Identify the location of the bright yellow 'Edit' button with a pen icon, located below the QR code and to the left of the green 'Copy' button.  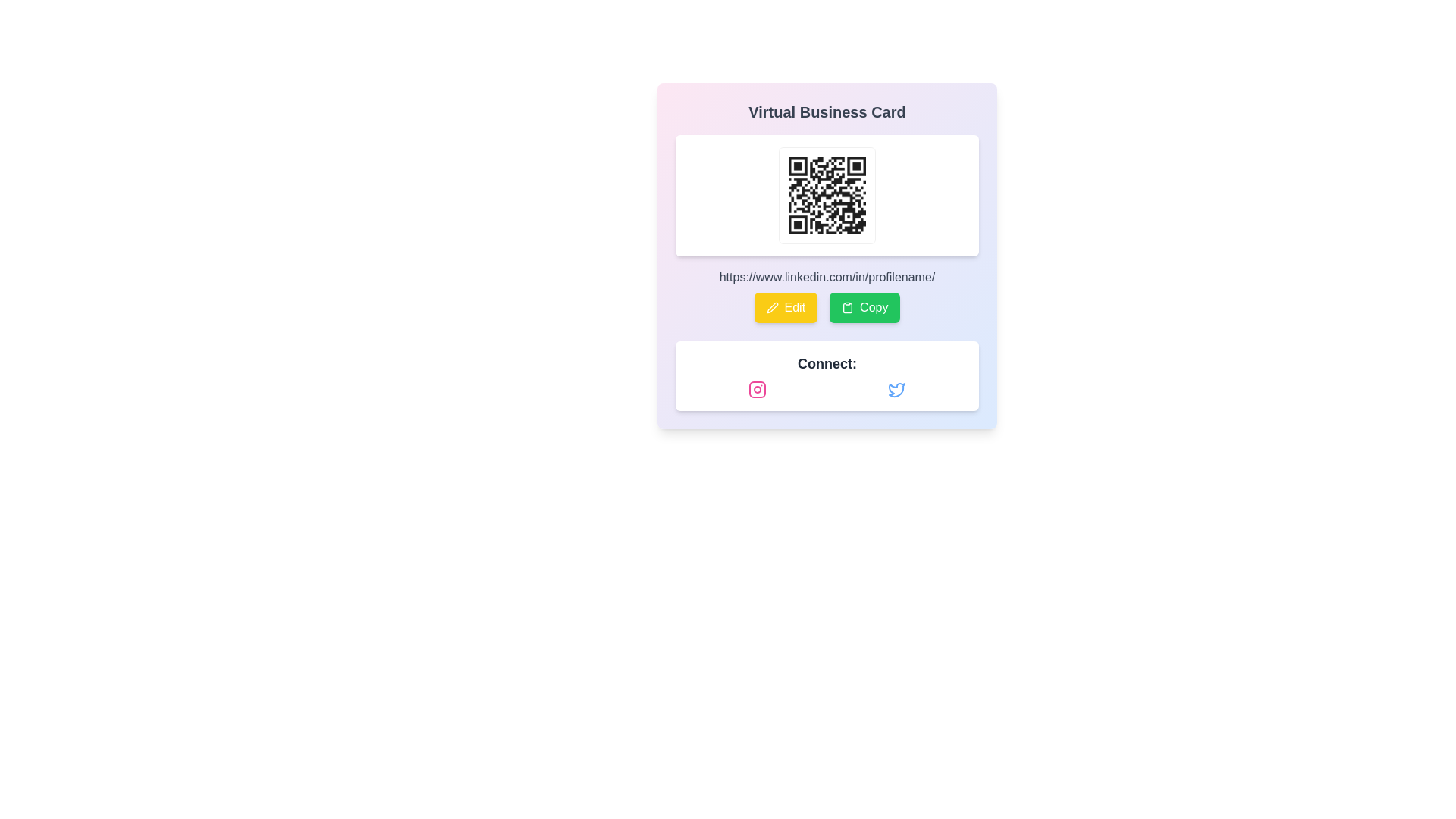
(786, 307).